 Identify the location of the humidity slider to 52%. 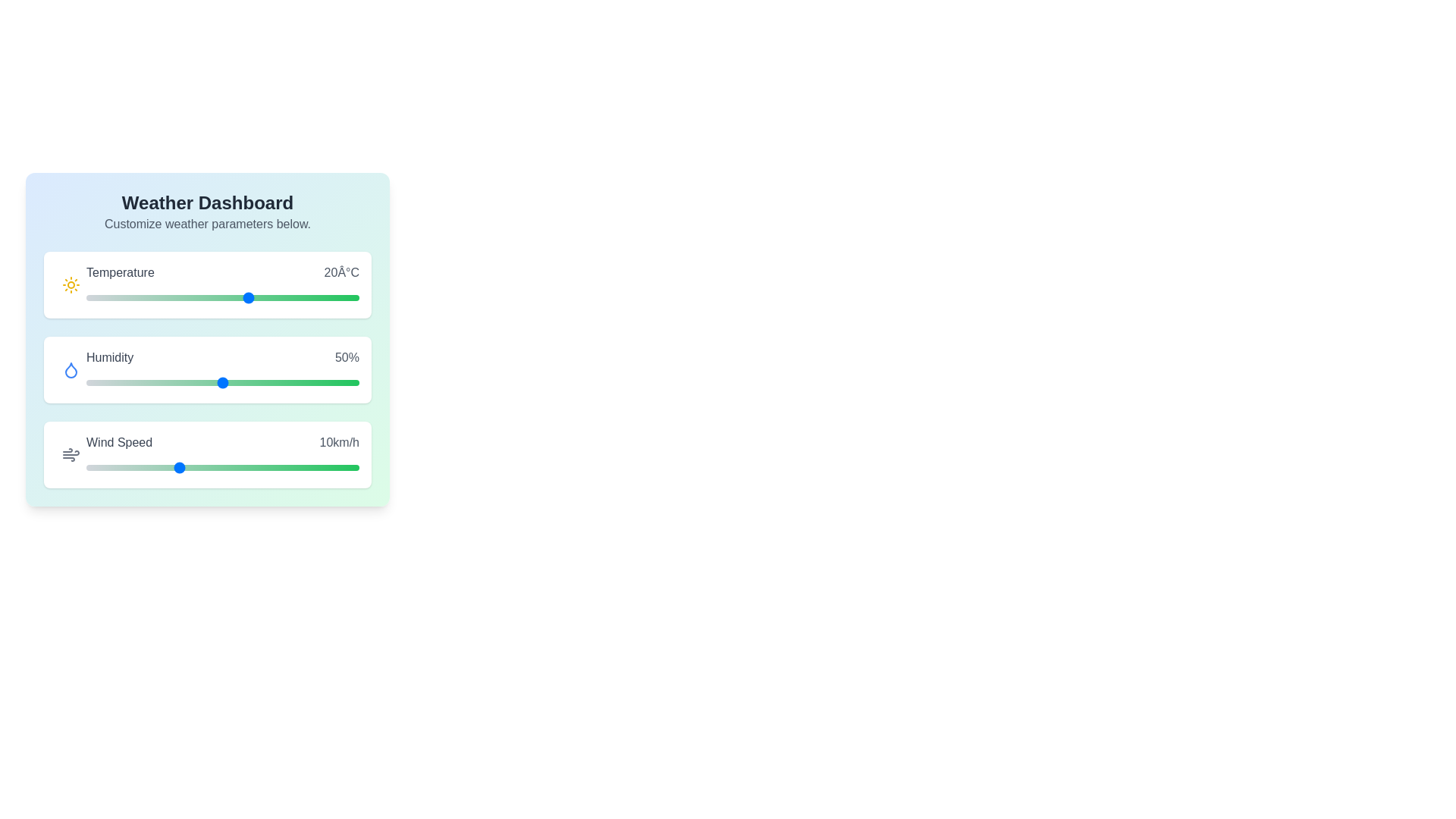
(227, 382).